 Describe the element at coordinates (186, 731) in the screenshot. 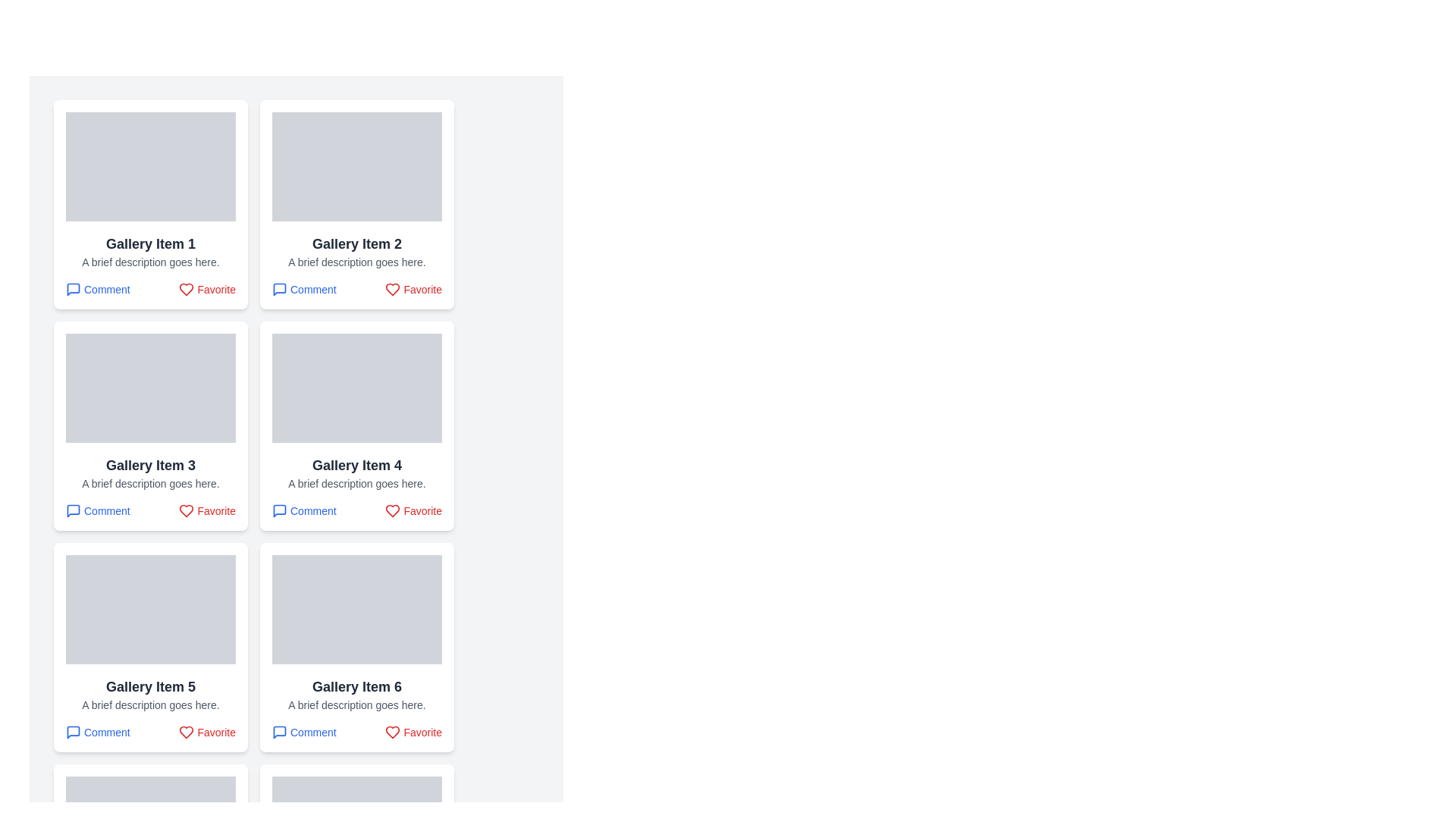

I see `the heart icon button located to the left of the 'Favorite' label under 'Gallery Item 5'` at that location.